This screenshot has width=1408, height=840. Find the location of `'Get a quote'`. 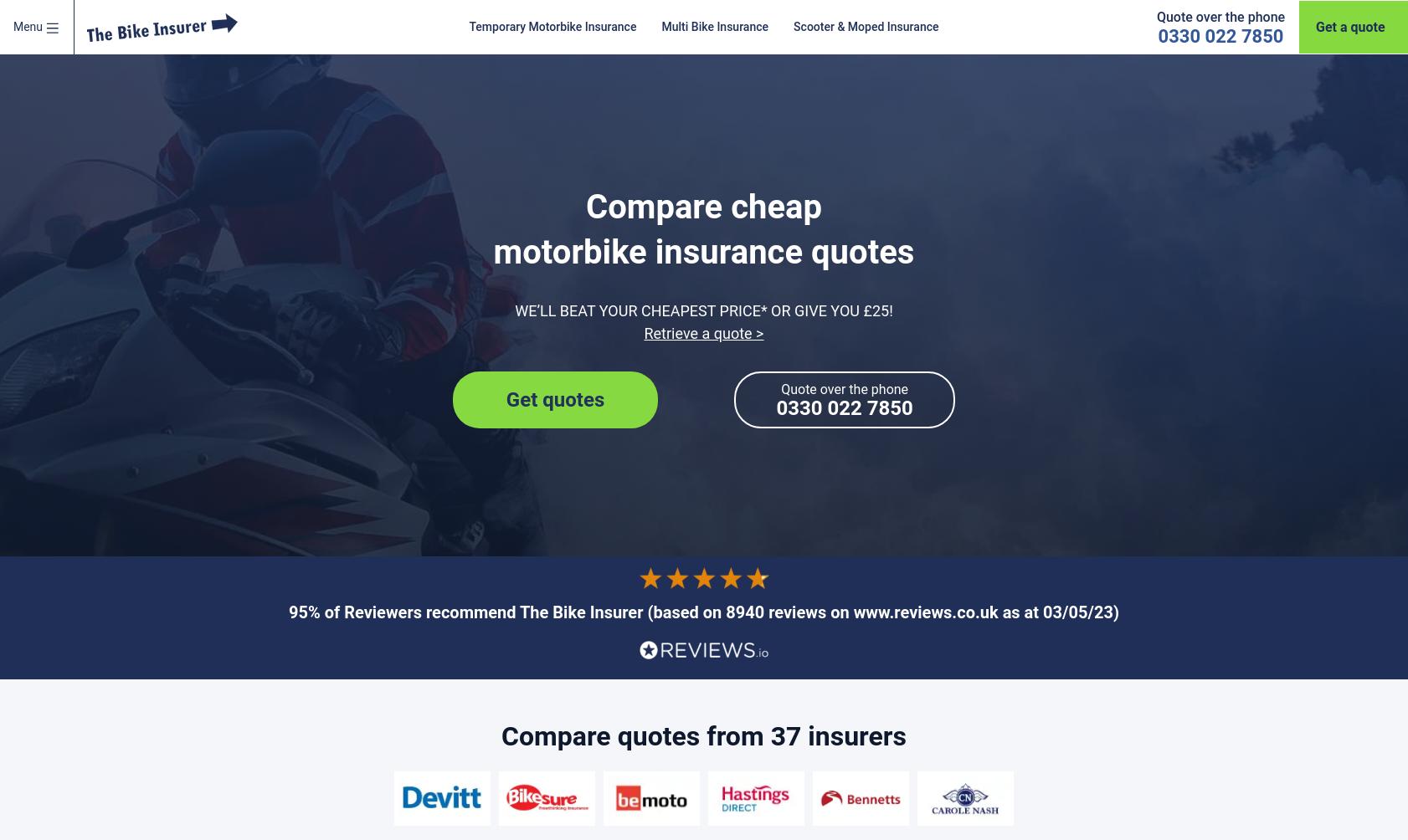

'Get a quote' is located at coordinates (1315, 27).